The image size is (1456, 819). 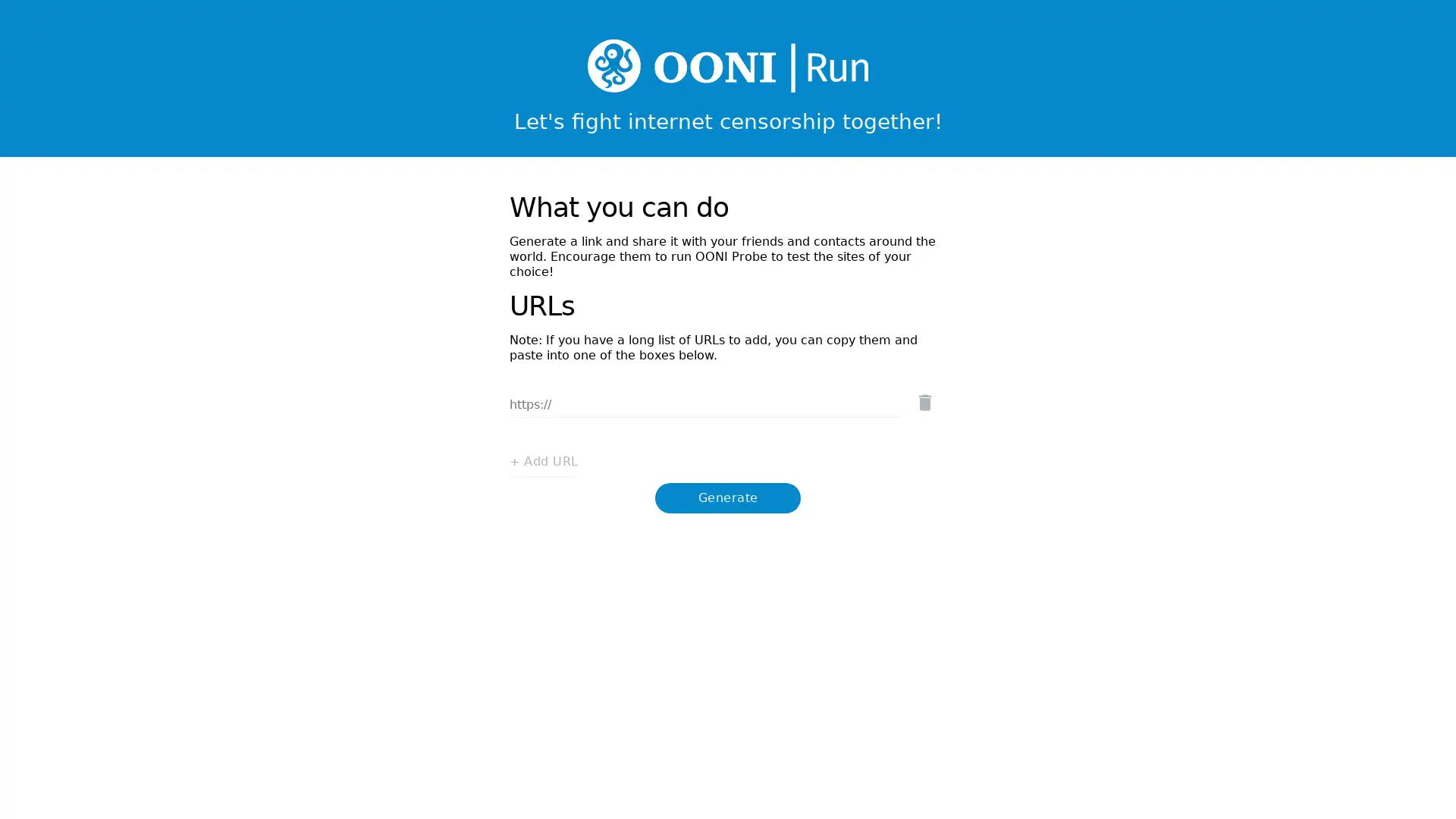 I want to click on Generate, so click(x=728, y=482).